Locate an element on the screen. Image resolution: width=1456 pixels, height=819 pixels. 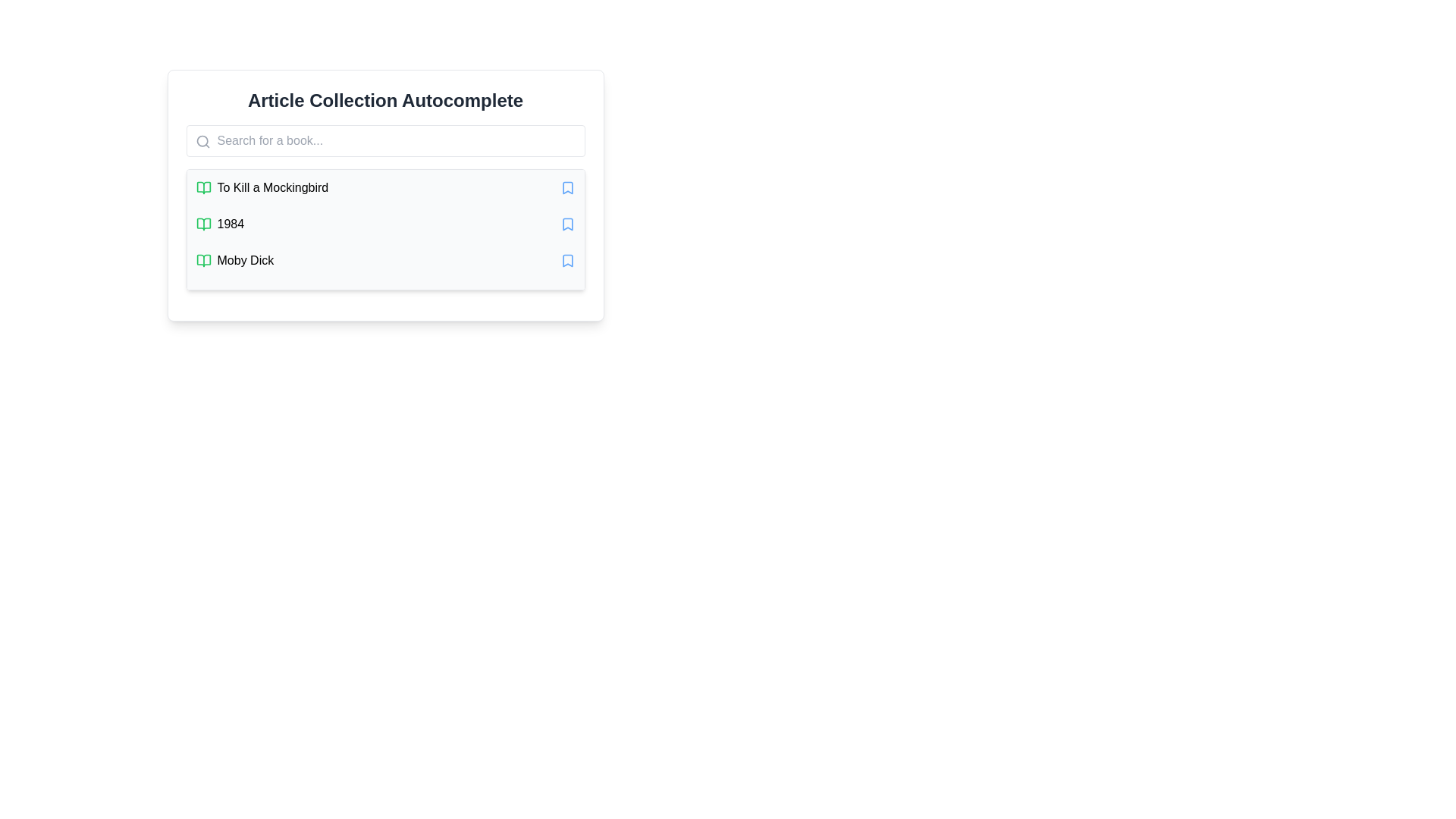
the third item in the autocomplete dropdown representing the book 'Moby Dick' is located at coordinates (385, 259).